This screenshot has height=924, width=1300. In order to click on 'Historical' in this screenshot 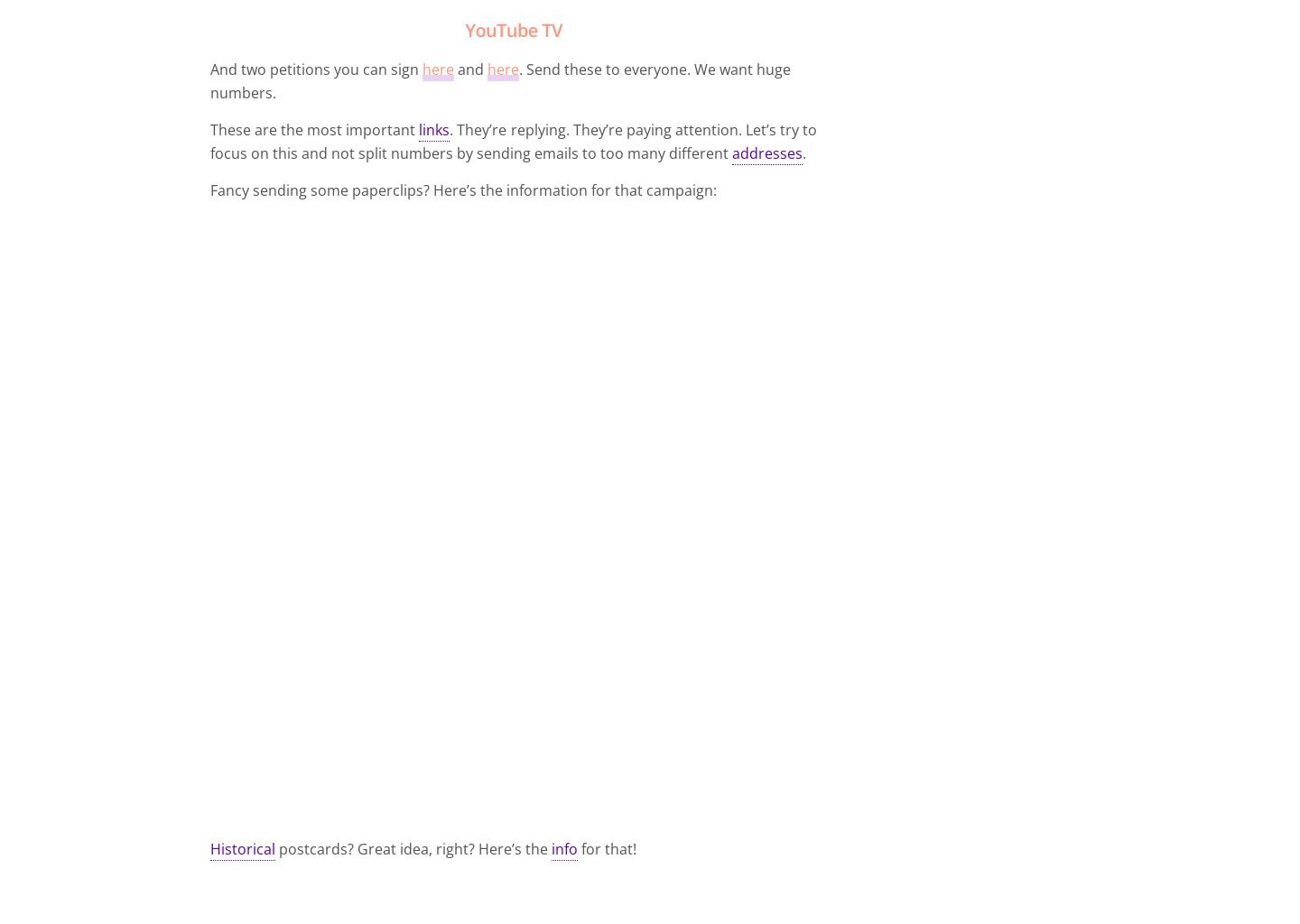, I will do `click(241, 848)`.